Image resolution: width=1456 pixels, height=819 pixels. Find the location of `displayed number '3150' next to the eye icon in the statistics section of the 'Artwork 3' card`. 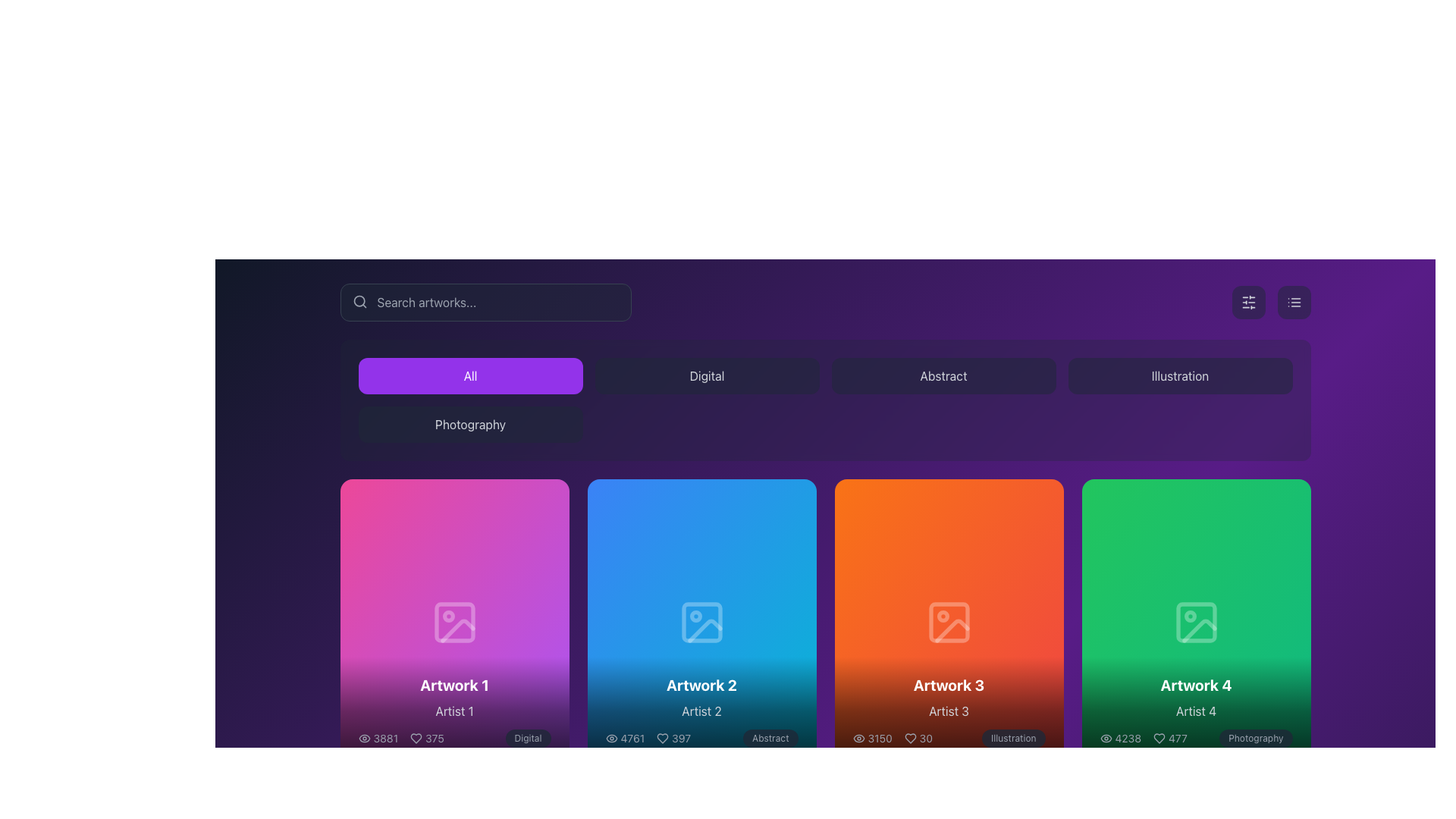

displayed number '3150' next to the eye icon in the statistics section of the 'Artwork 3' card is located at coordinates (872, 737).